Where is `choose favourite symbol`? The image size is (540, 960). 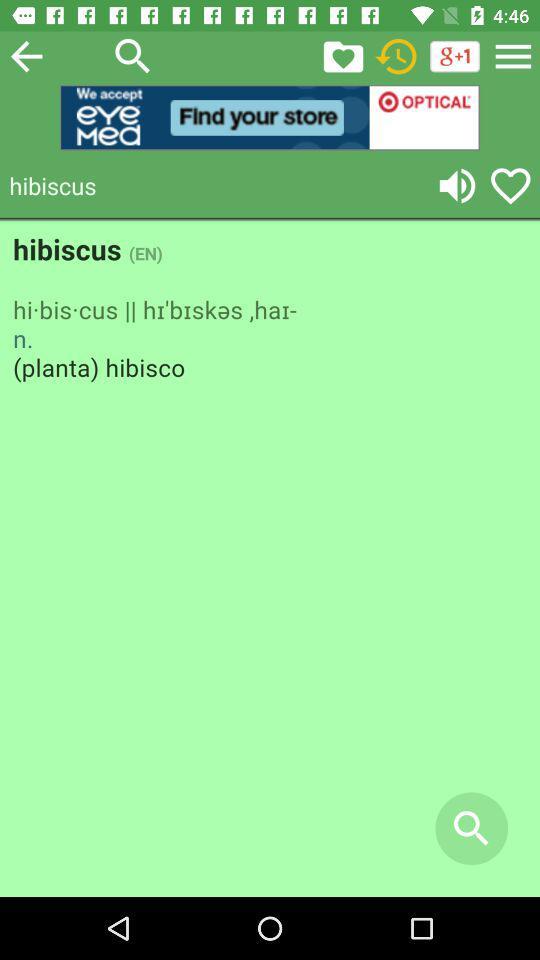 choose favourite symbol is located at coordinates (510, 185).